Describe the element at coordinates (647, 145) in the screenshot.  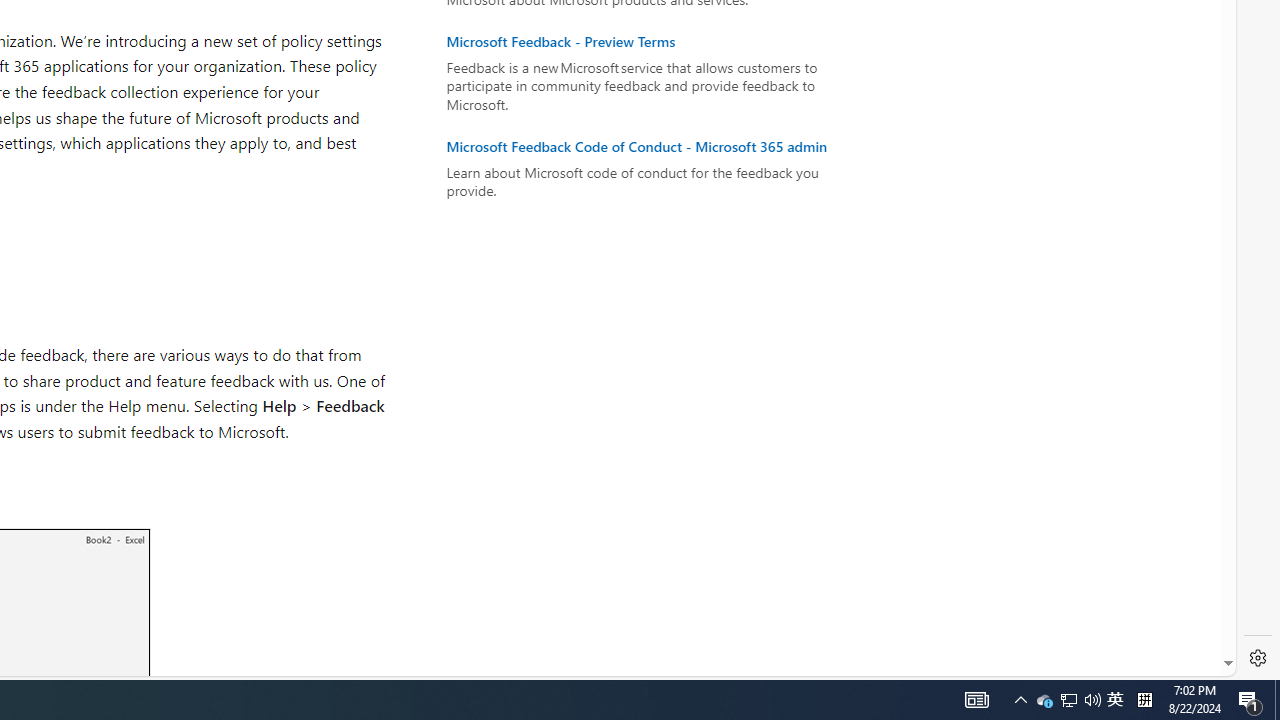
I see `'Microsoft Feedback Code of Conduct - Microsoft 365 admin'` at that location.